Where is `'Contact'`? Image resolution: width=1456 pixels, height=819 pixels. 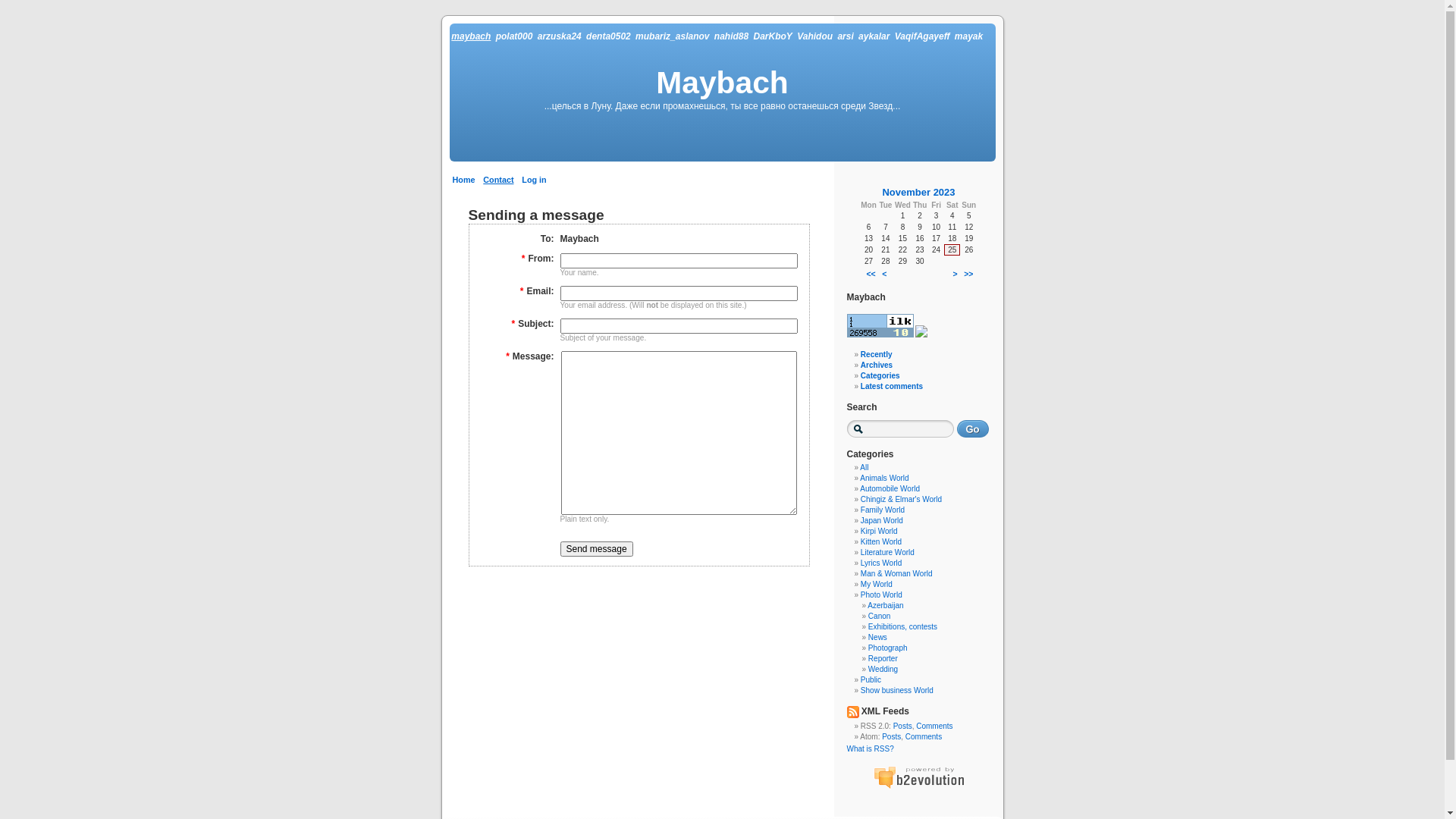 'Contact' is located at coordinates (482, 178).